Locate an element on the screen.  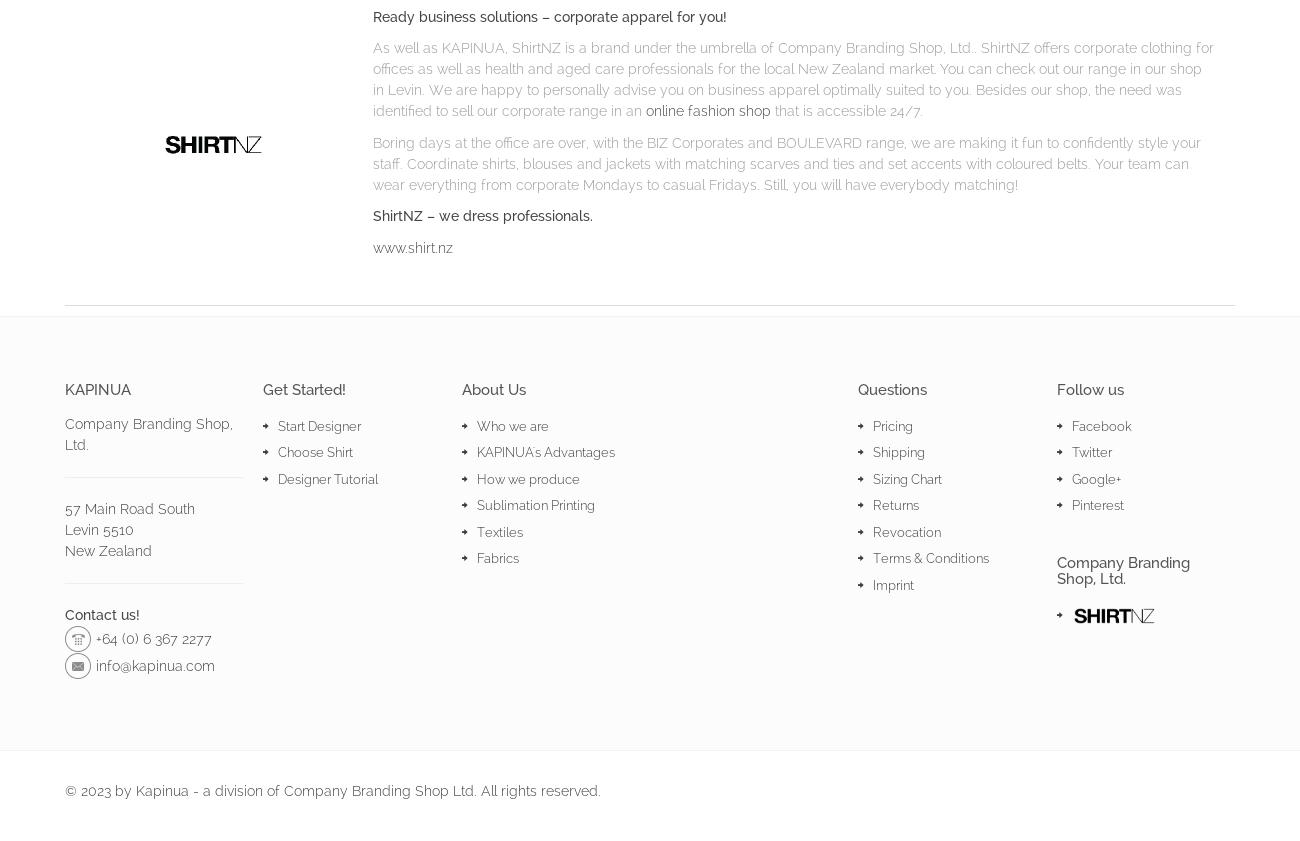
'Boring days at the office are over, with the BIZ Corporates and BOULEVARD range, we are making it fun to confidently style your staff. Coordinate shirts, blouses and jackets with matching scarves and ties and set accents with coloured belts. Your team can wear everything from corporate Mondays to casual Fridays. Still, you will have everybody matching!' is located at coordinates (784, 161).